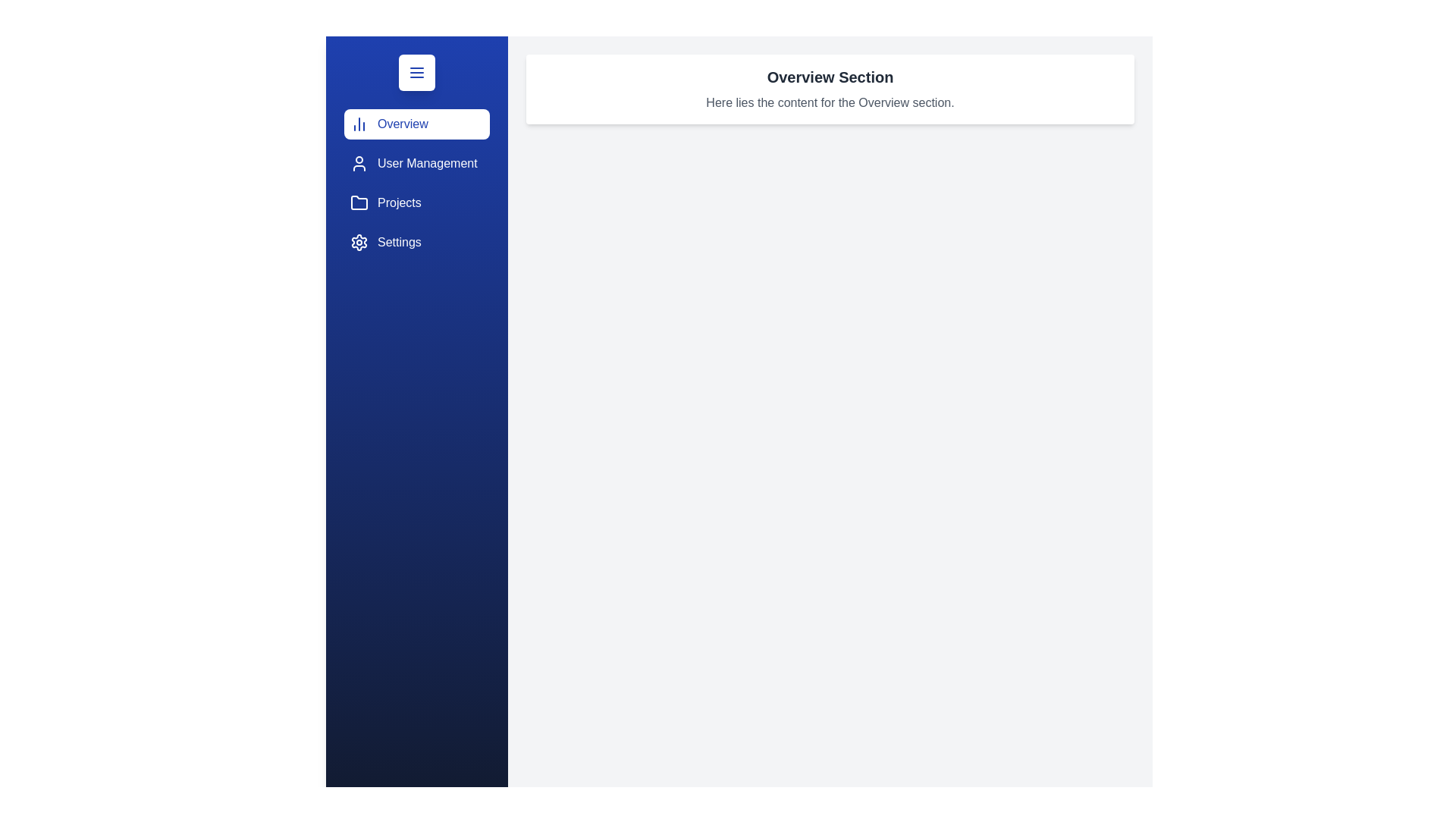 This screenshot has height=819, width=1456. I want to click on the sidebar section Projects by clicking on its corresponding area, so click(417, 202).